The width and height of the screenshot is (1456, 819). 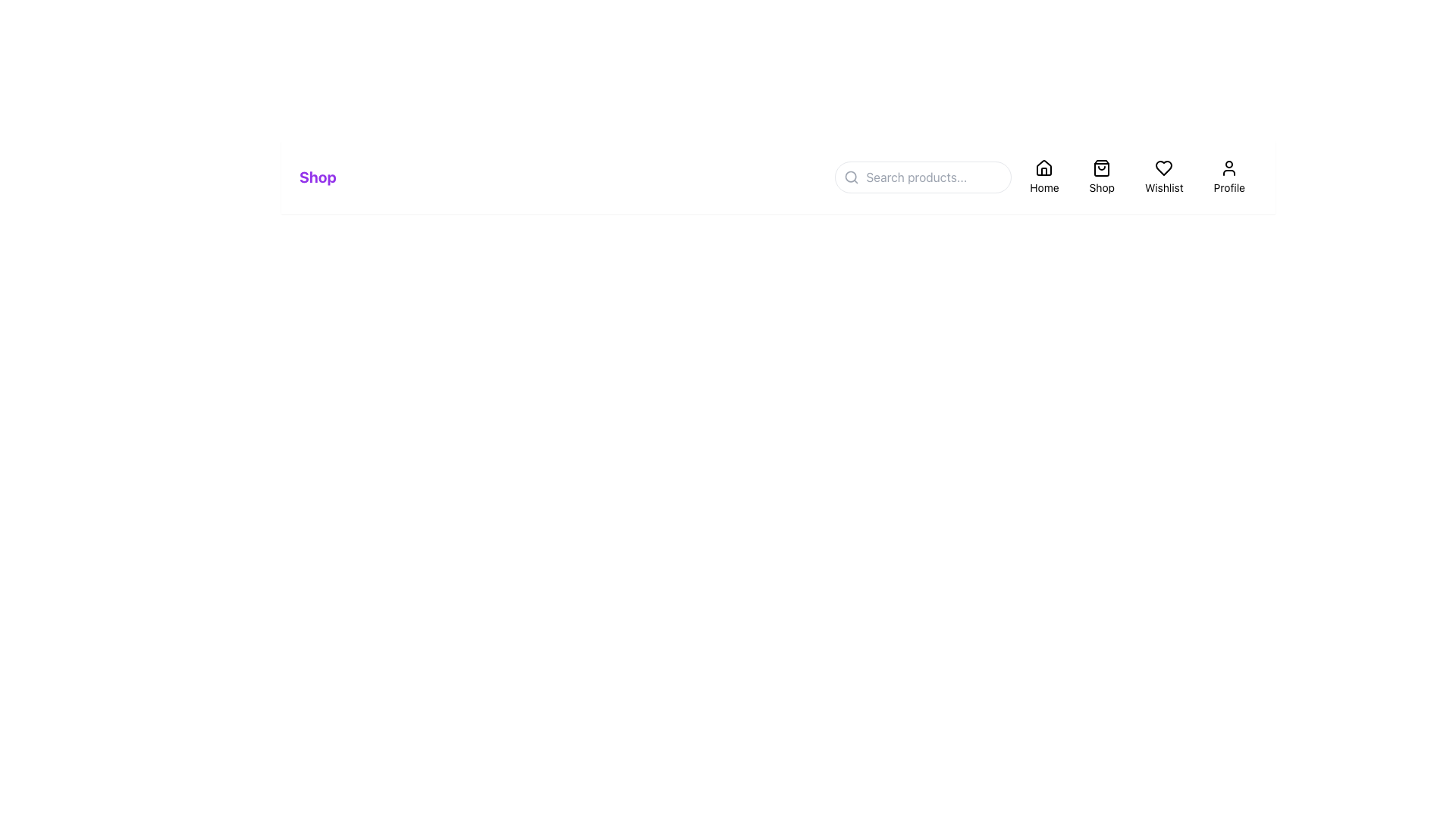 I want to click on the text label 'Wishlist', so click(x=1163, y=187).